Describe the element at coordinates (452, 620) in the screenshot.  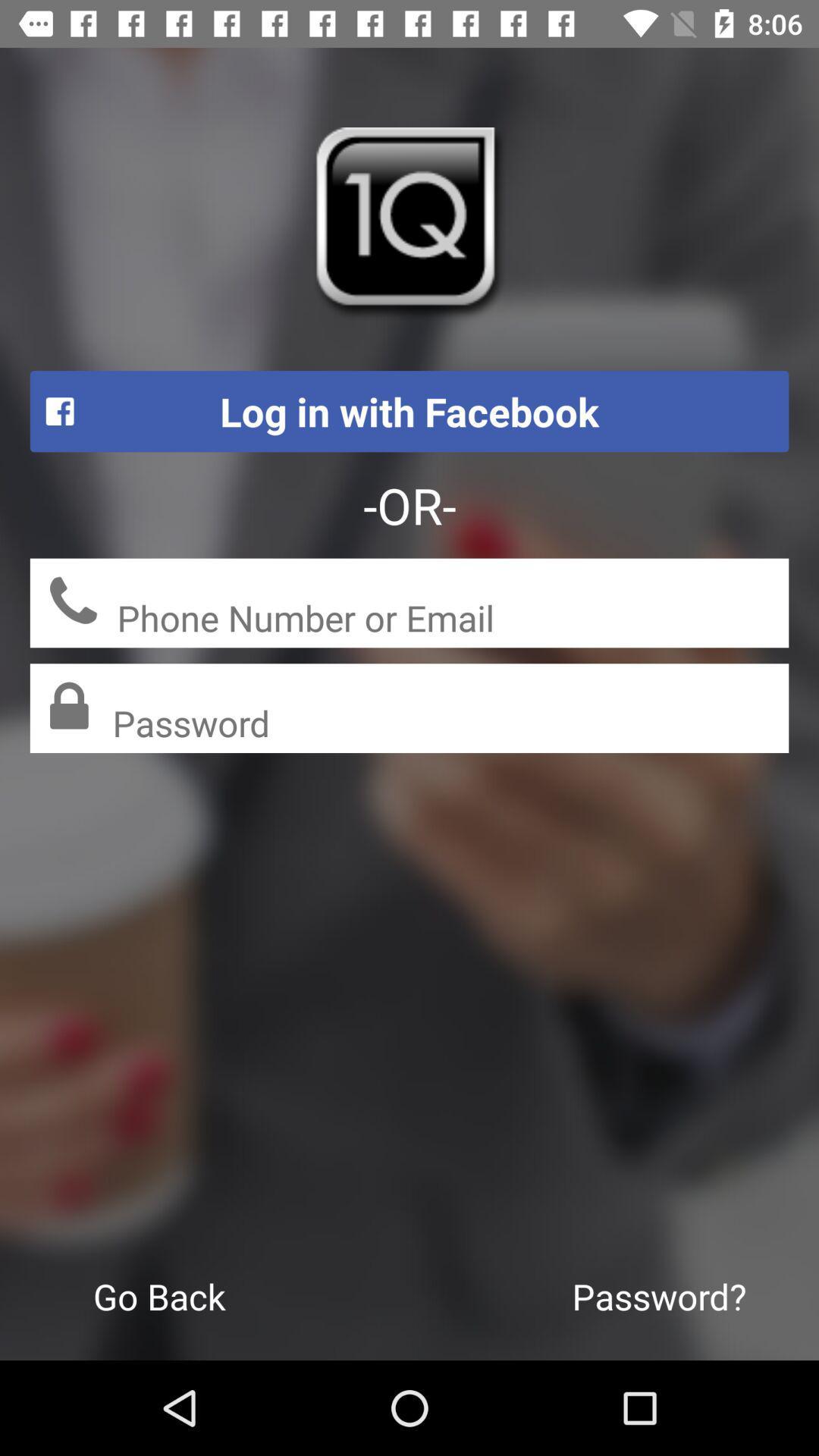
I see `login information` at that location.